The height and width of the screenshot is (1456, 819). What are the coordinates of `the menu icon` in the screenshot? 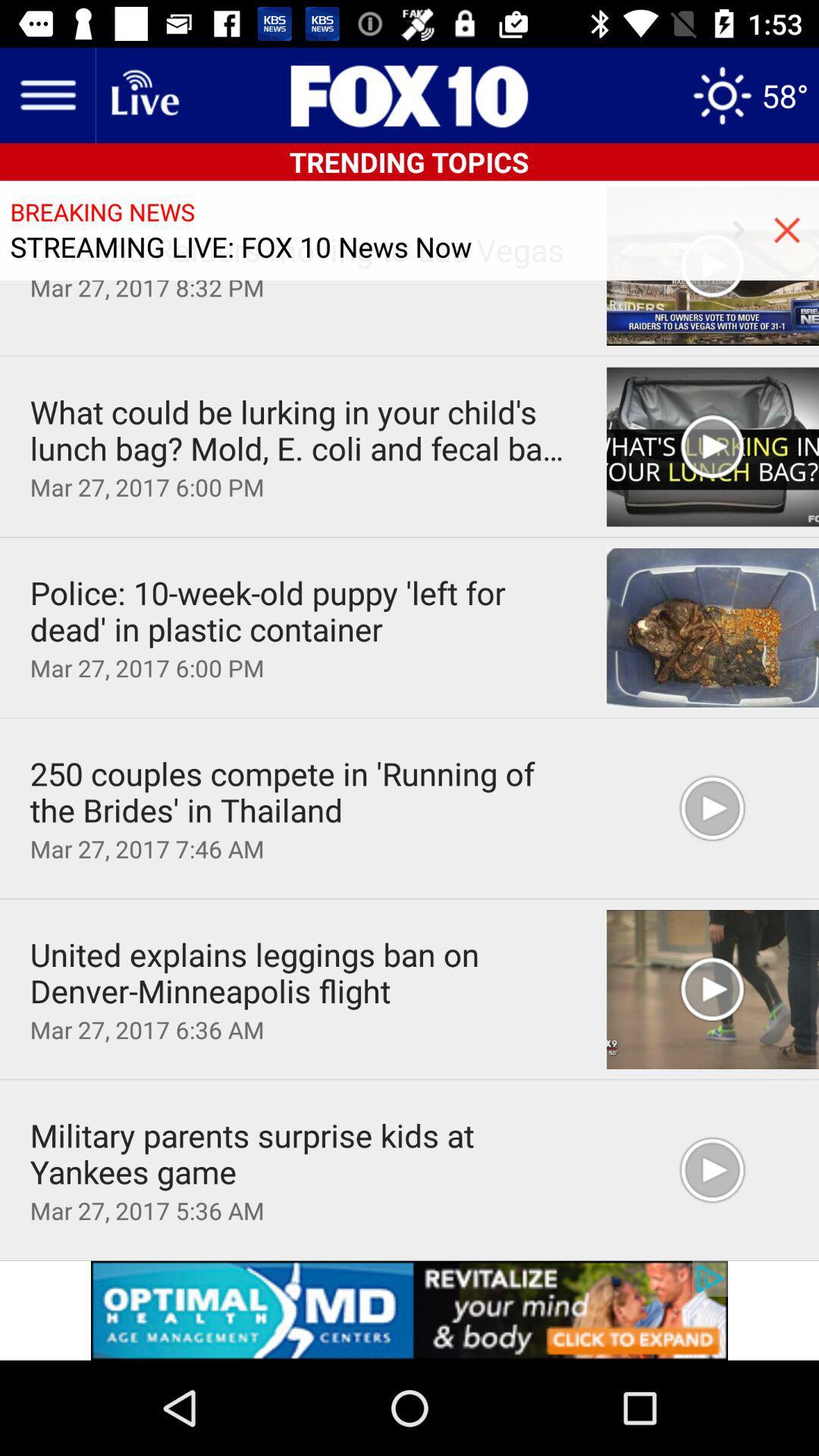 It's located at (46, 94).